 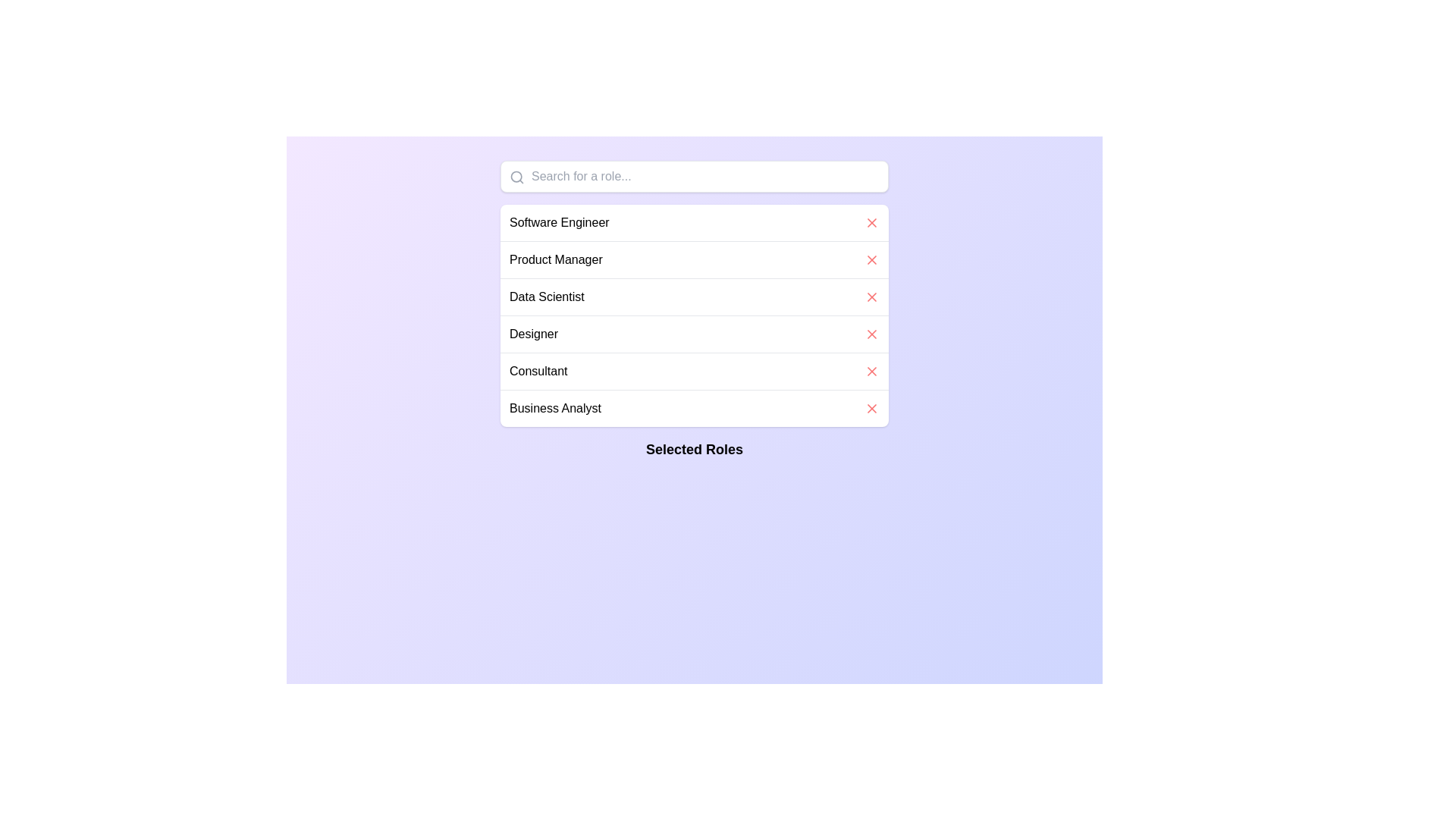 What do you see at coordinates (872, 333) in the screenshot?
I see `the close button for the 'Designer' role item, located to the right of the 'Designer' label in the list of roles, to potentially reveal tooltips` at bounding box center [872, 333].